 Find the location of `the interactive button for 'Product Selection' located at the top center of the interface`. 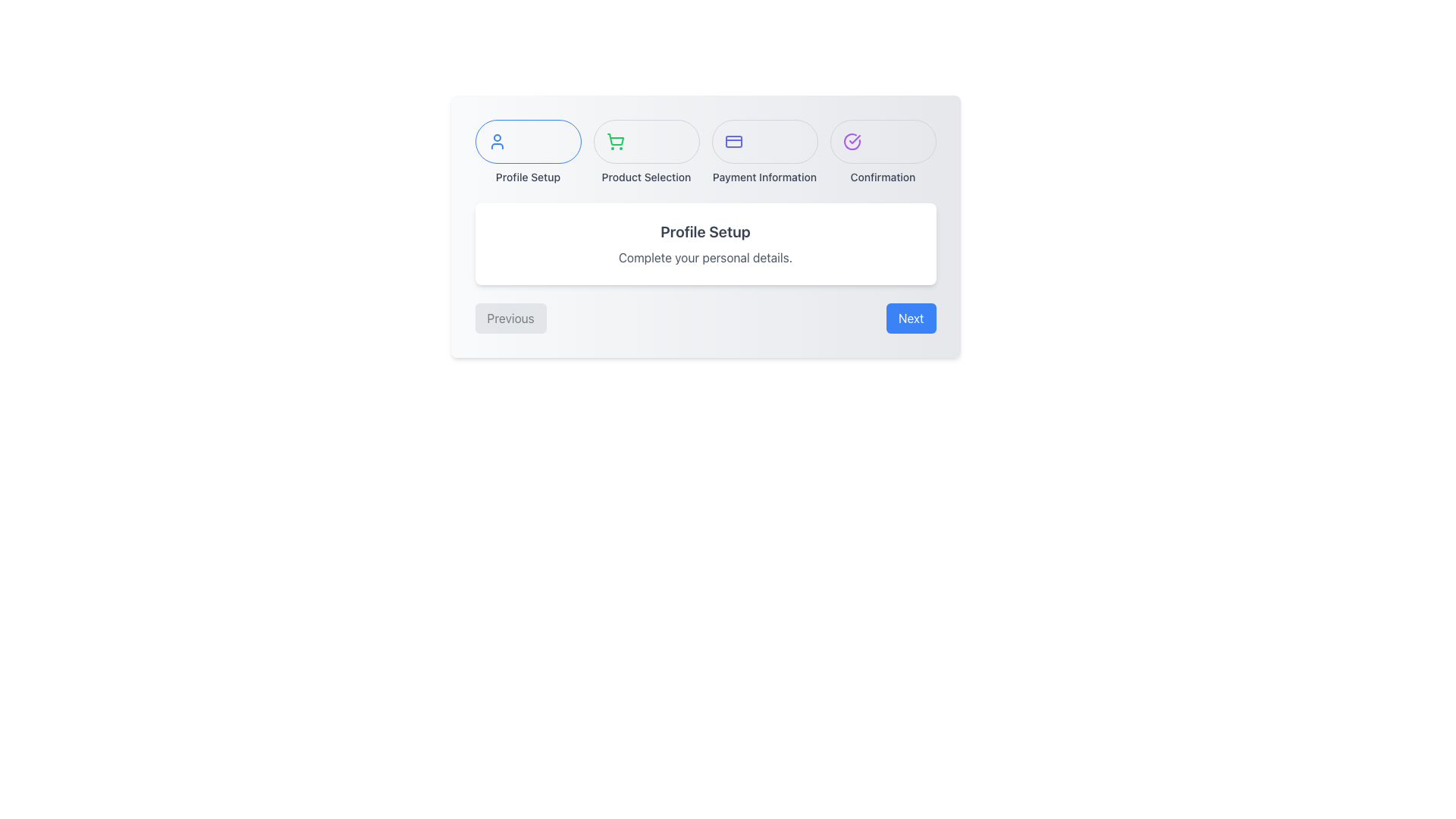

the interactive button for 'Product Selection' located at the top center of the interface is located at coordinates (646, 141).